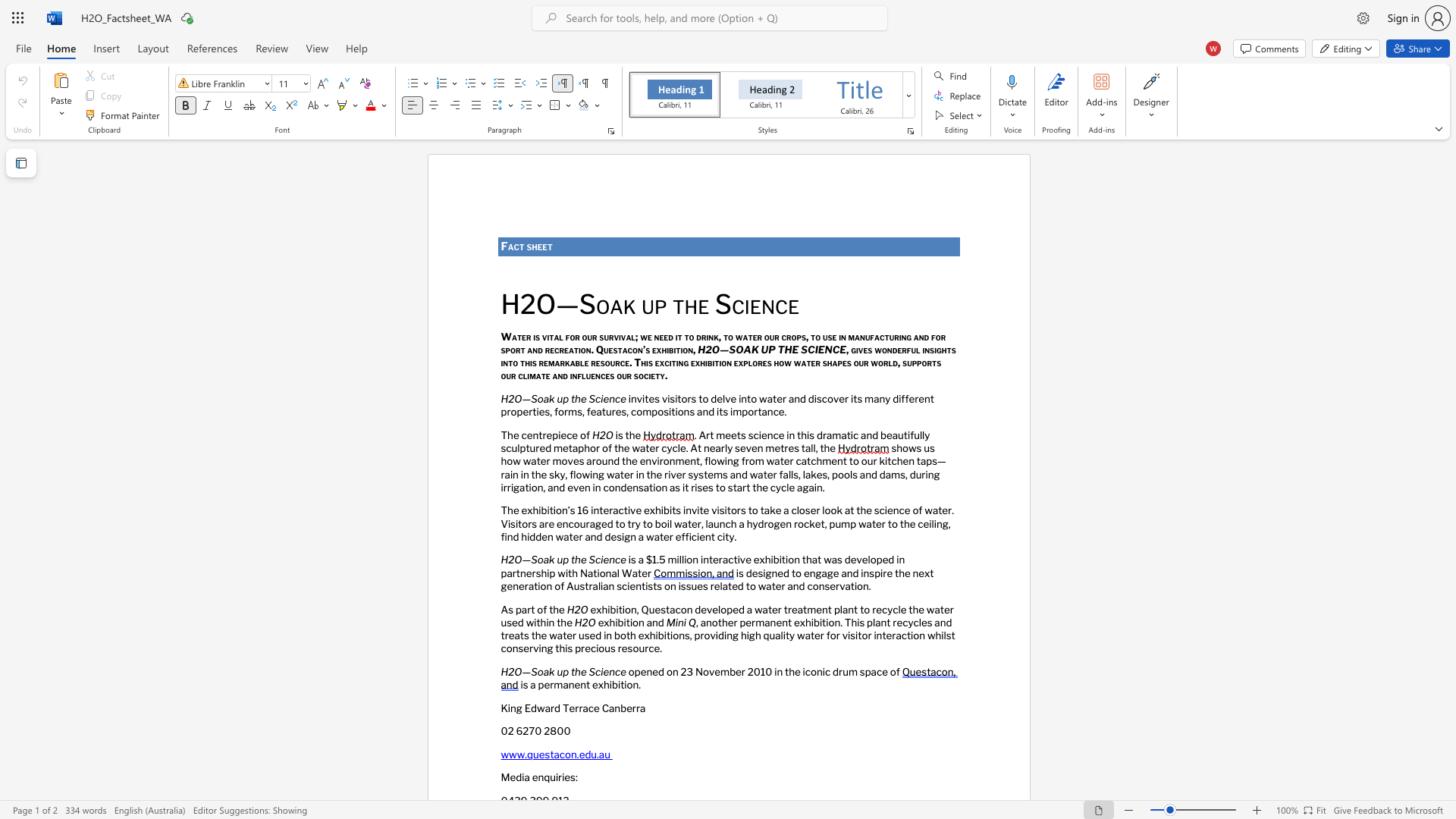  I want to click on the subset text "res tall, th" within the text ". Art meets science in this dramatic and beautifully sculptured metaphor of the water cycle. At nearly seven metres tall, the", so click(784, 447).